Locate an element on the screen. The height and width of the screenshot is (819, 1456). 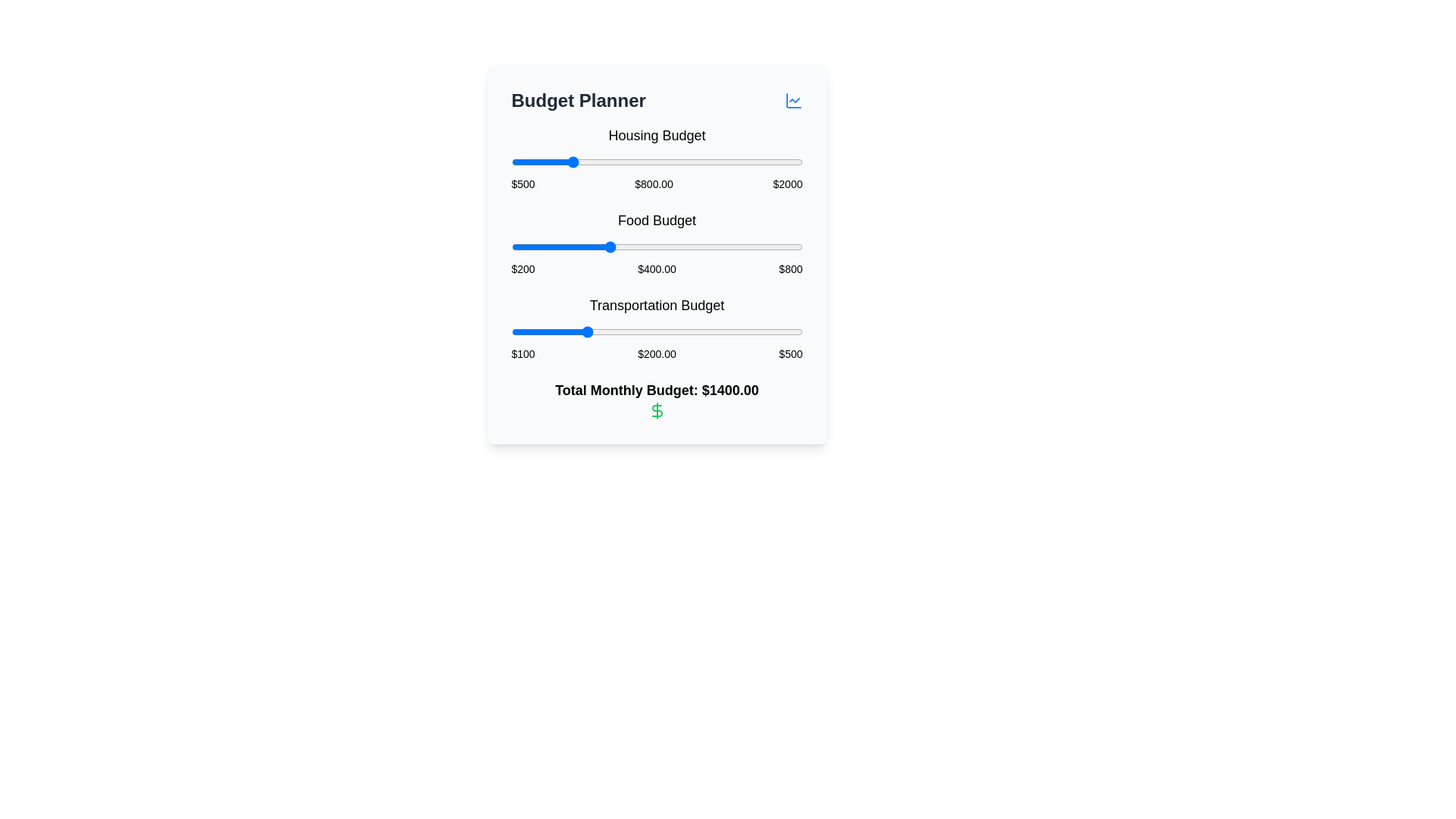
the static text label displaying the amount '$200.00', which is located between '$100' and '$500' under the Transportation Budget slider is located at coordinates (657, 353).